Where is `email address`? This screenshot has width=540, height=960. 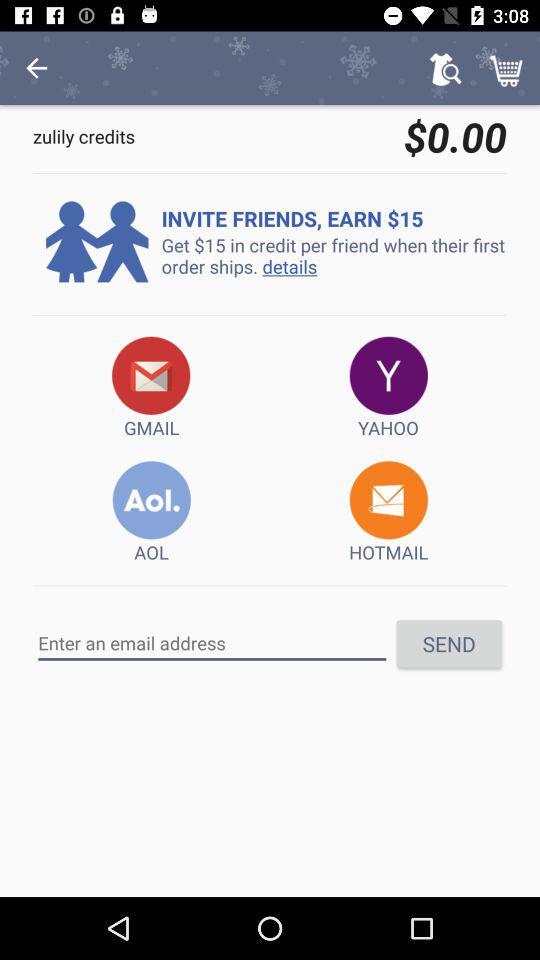 email address is located at coordinates (211, 642).